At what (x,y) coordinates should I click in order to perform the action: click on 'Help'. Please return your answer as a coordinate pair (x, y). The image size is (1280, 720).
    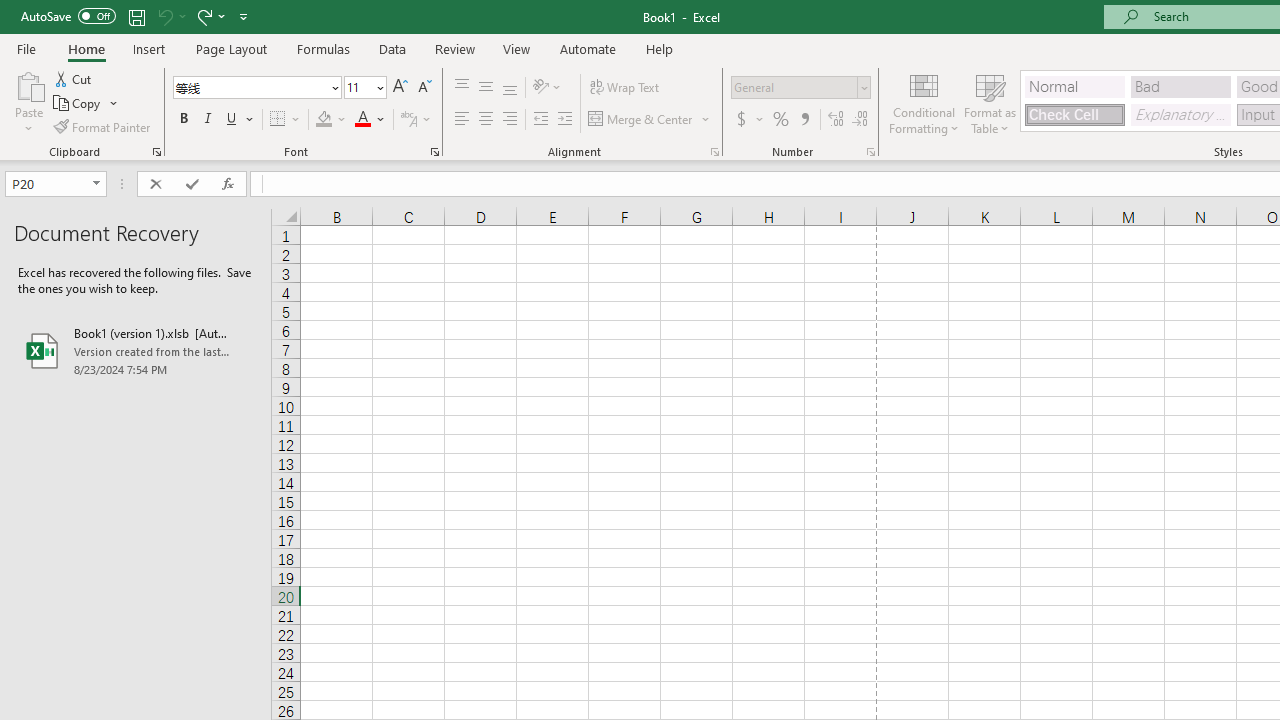
    Looking at the image, I should click on (660, 48).